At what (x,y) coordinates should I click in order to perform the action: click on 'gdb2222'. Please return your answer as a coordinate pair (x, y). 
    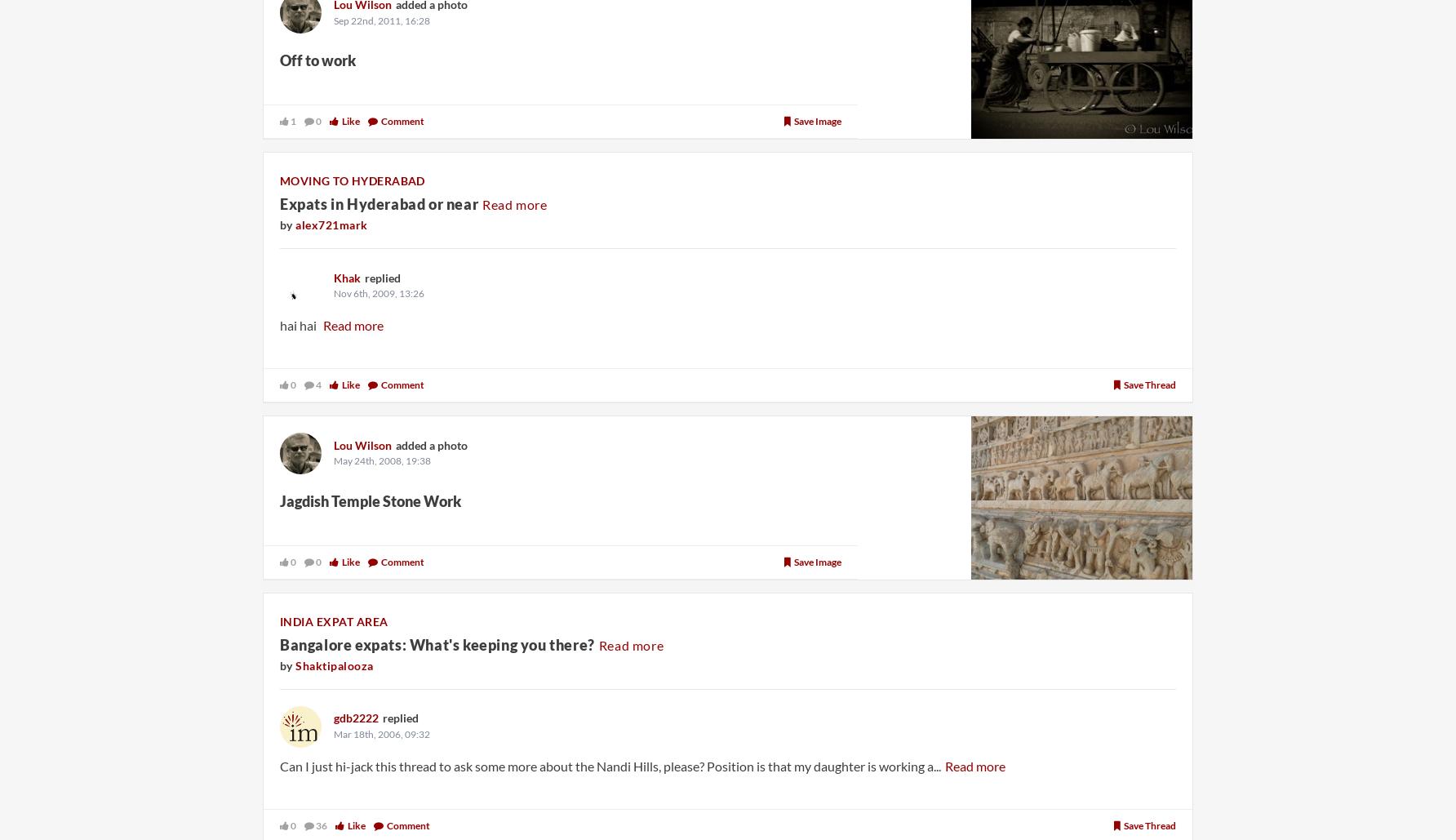
    Looking at the image, I should click on (355, 717).